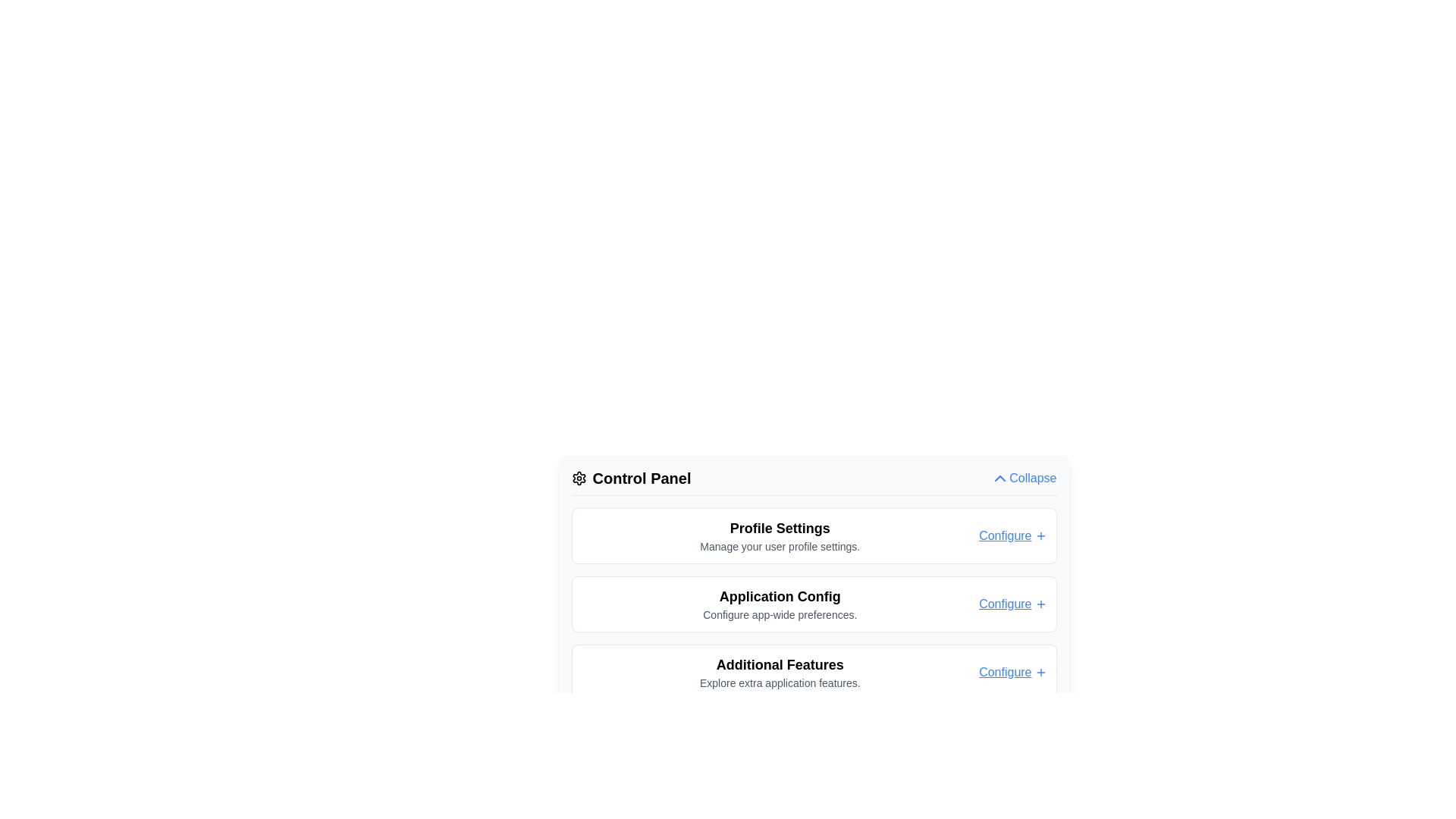  I want to click on the descriptive text label providing contextual information about the 'Profile Settings' section, located below the 'Profile Settings' header, so click(780, 547).